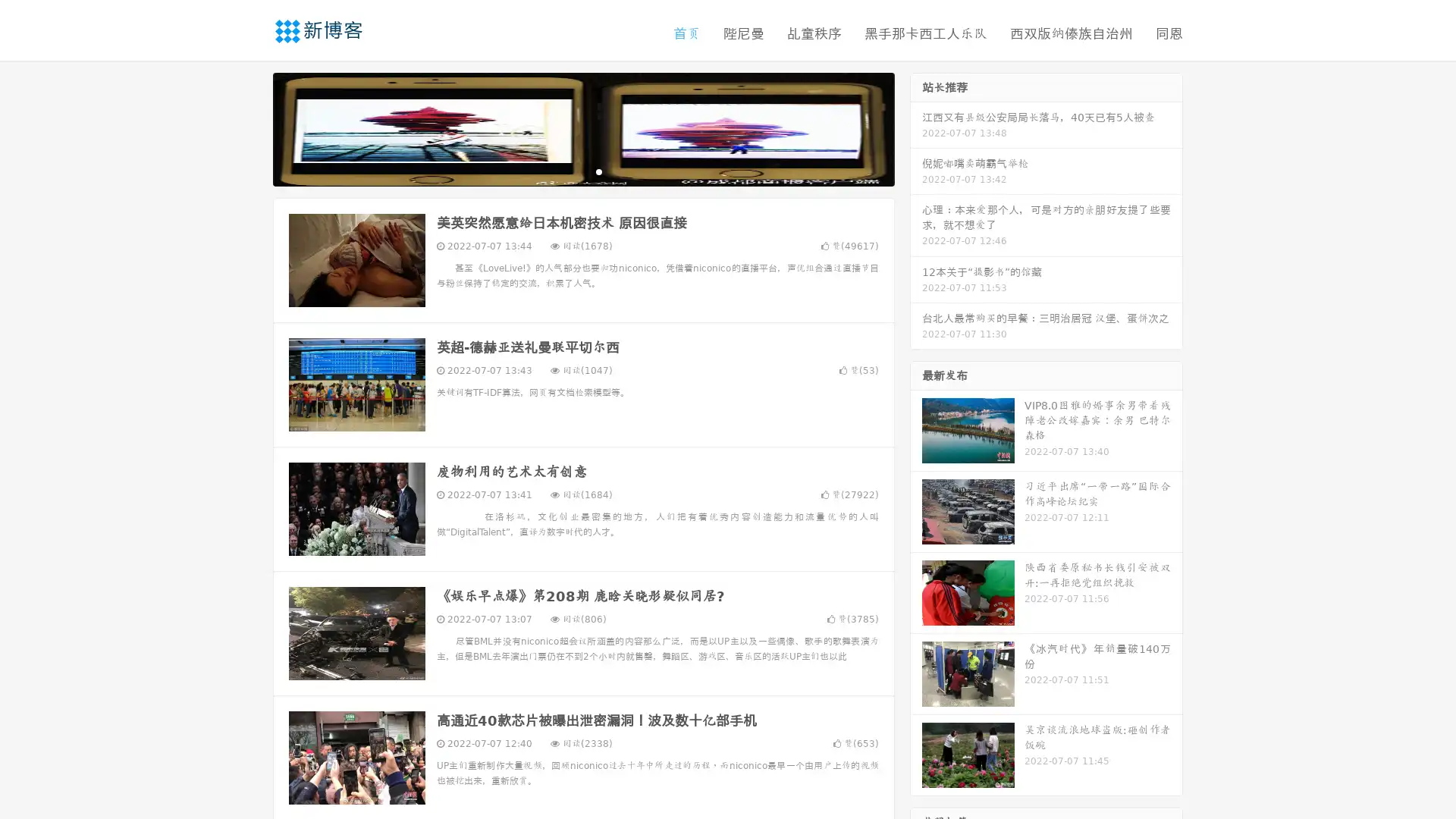 The image size is (1456, 819). Describe the element at coordinates (582, 171) in the screenshot. I see `Go to slide 2` at that location.